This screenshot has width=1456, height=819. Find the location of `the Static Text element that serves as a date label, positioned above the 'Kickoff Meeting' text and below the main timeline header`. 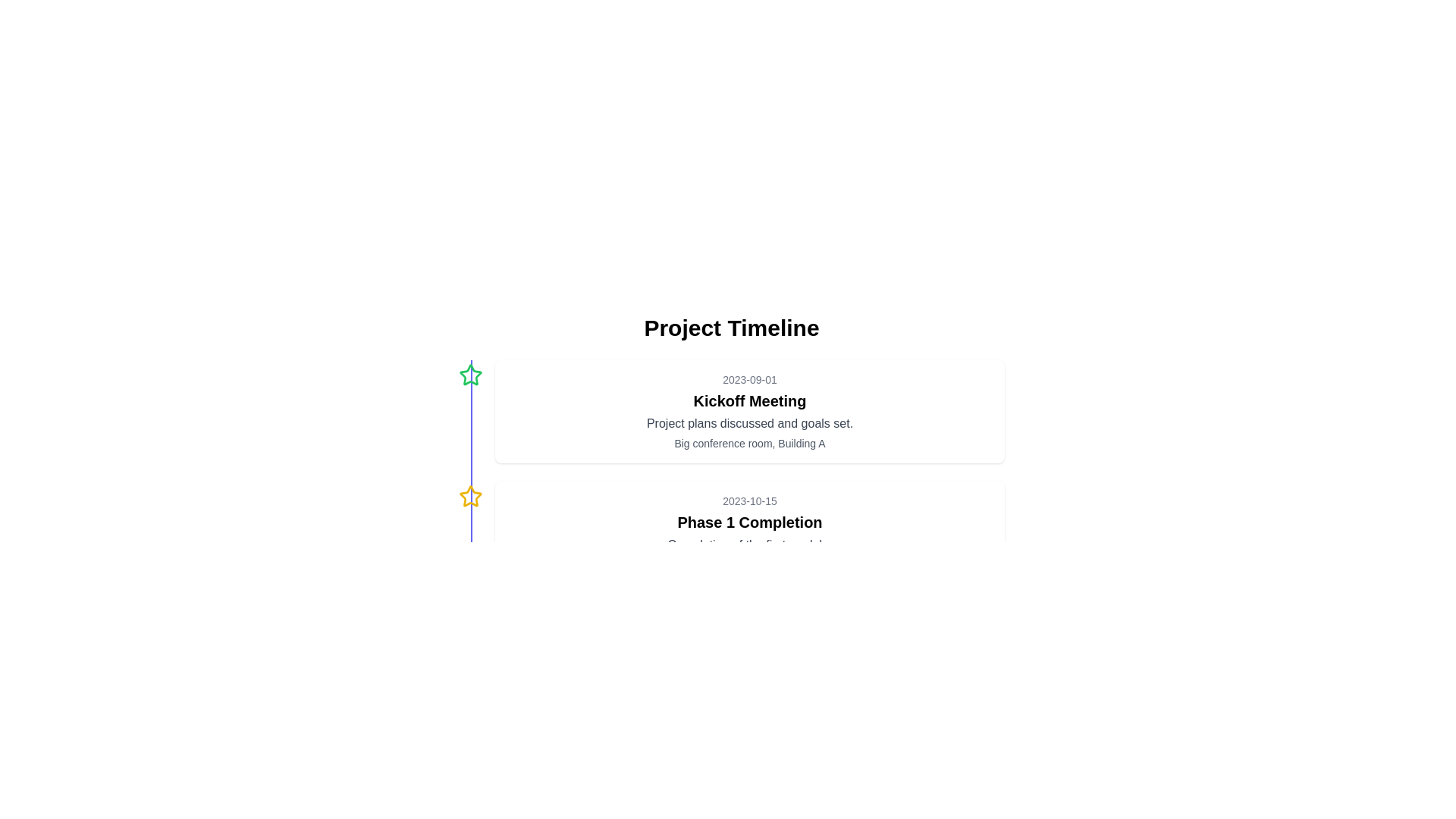

the Static Text element that serves as a date label, positioned above the 'Kickoff Meeting' text and below the main timeline header is located at coordinates (749, 379).